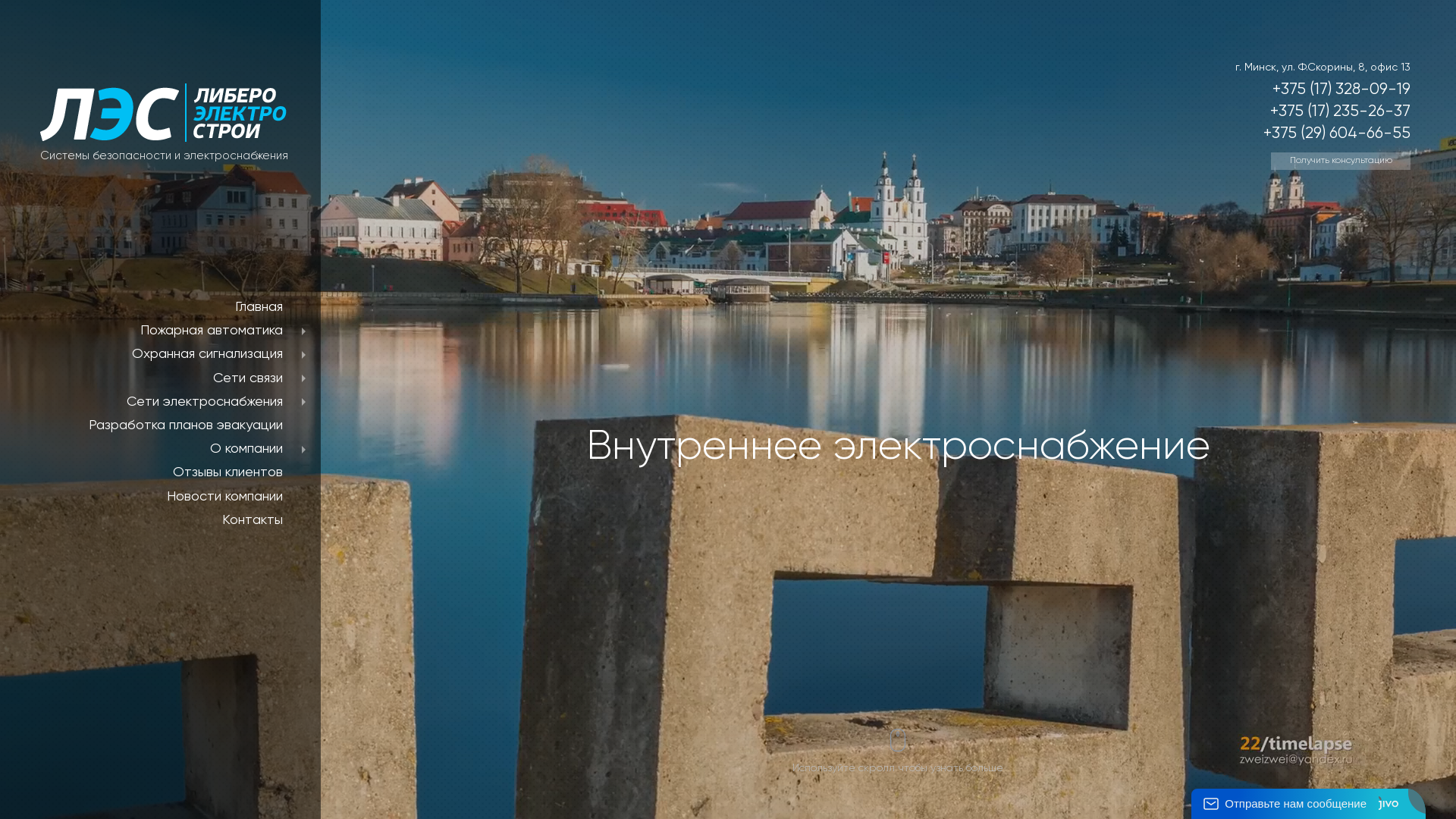  I want to click on '+375 (29) 604-66-55', so click(1336, 133).